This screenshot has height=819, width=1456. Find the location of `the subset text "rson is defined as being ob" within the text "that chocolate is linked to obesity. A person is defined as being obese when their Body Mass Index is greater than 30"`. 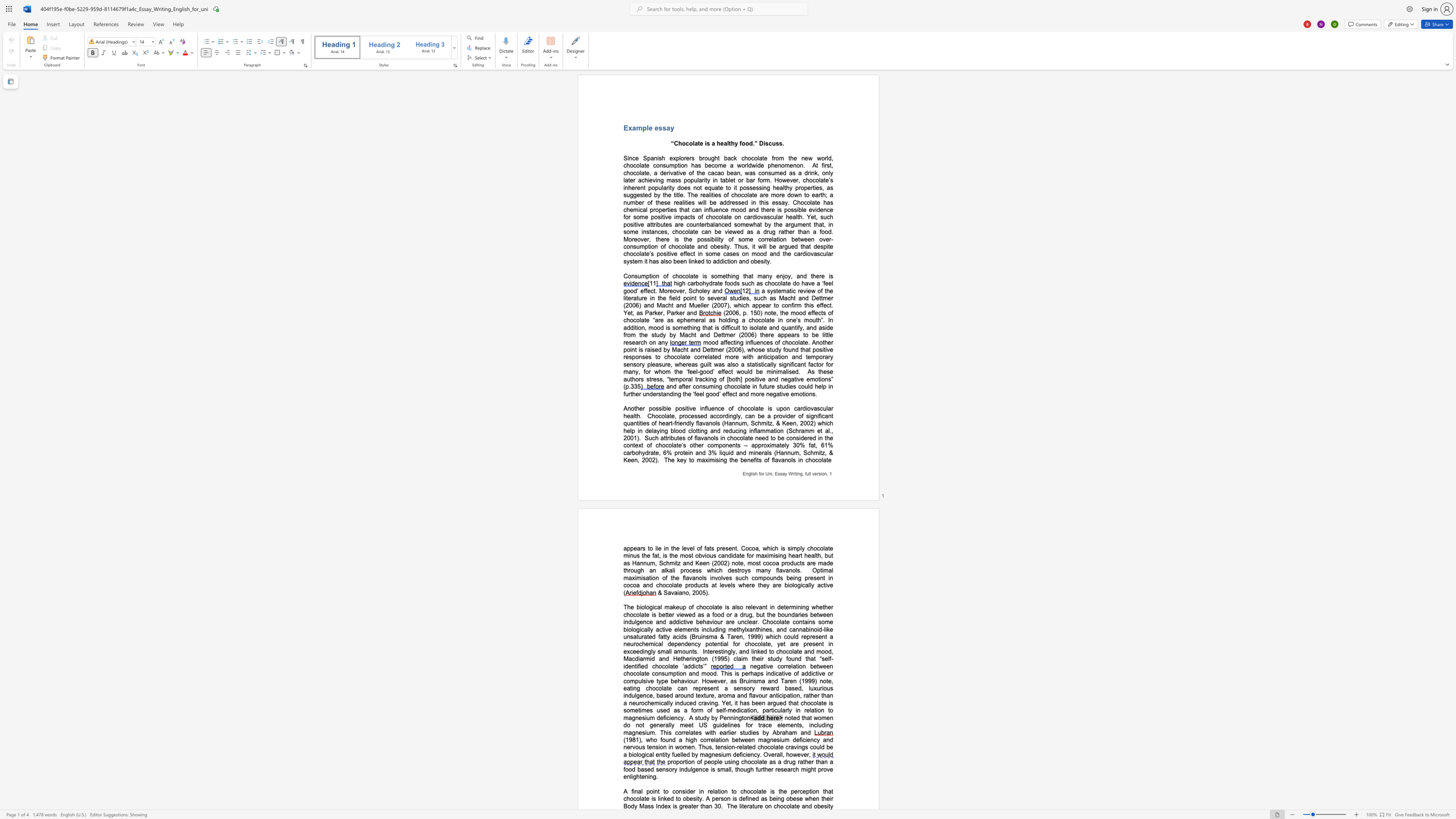

the subset text "rson is defined as being ob" within the text "that chocolate is linked to obesity. A person is defined as being obese when their Body Mass Index is greater than 30" is located at coordinates (718, 798).